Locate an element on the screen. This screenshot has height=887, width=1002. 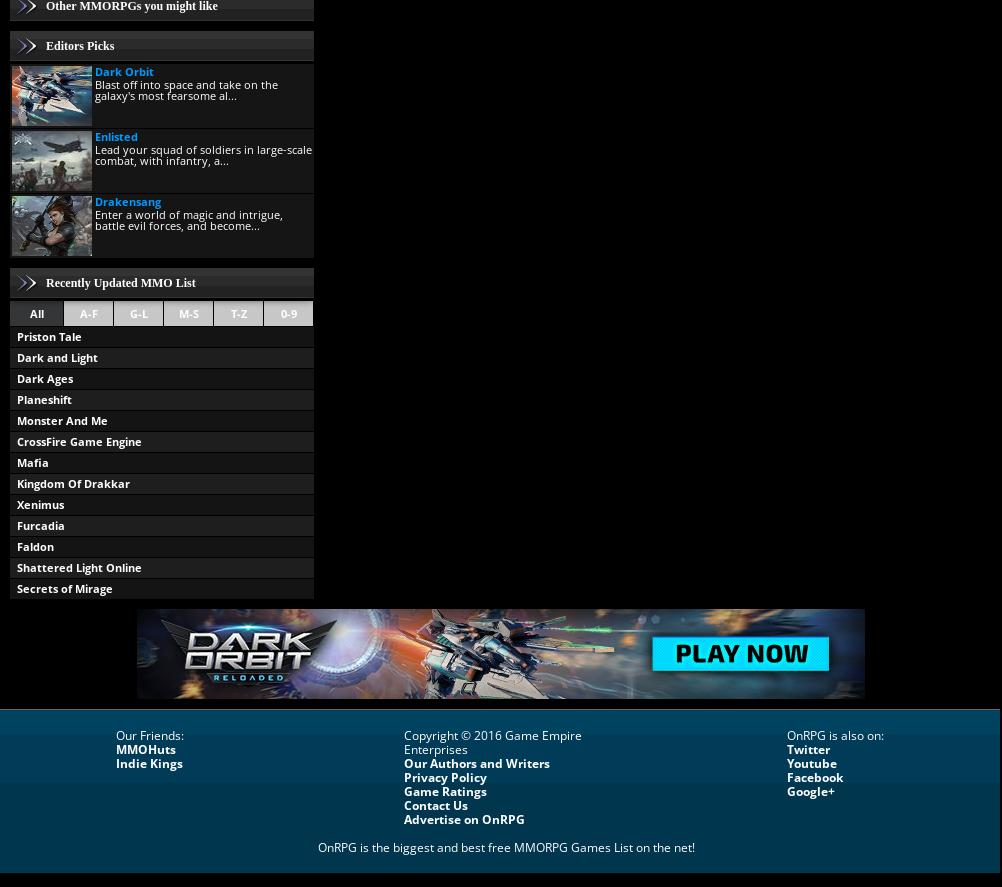
'Recently Updated MMO List' is located at coordinates (119, 280).